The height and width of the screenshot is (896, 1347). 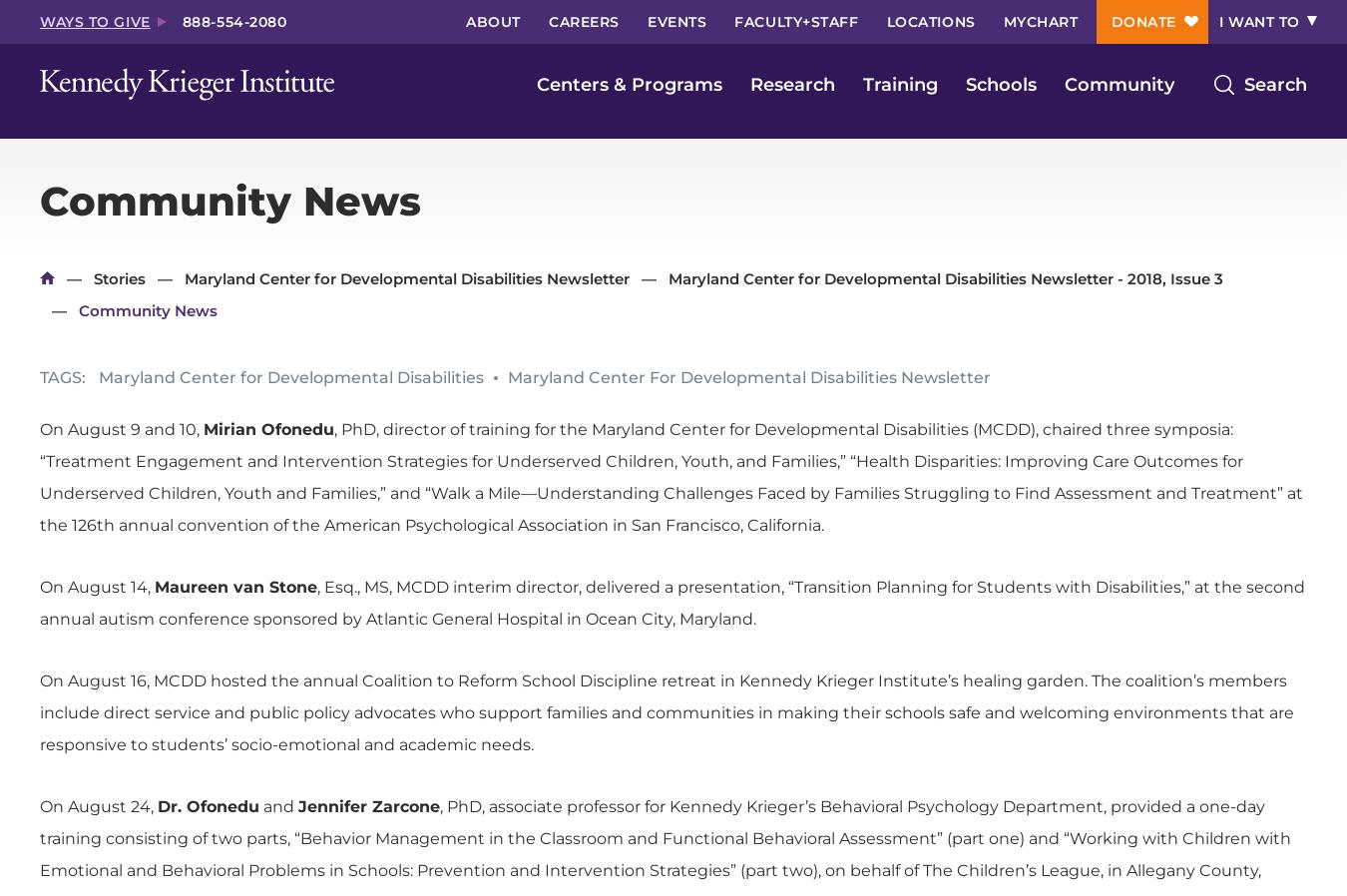 I want to click on 'On August 9 and 10,', so click(x=122, y=429).